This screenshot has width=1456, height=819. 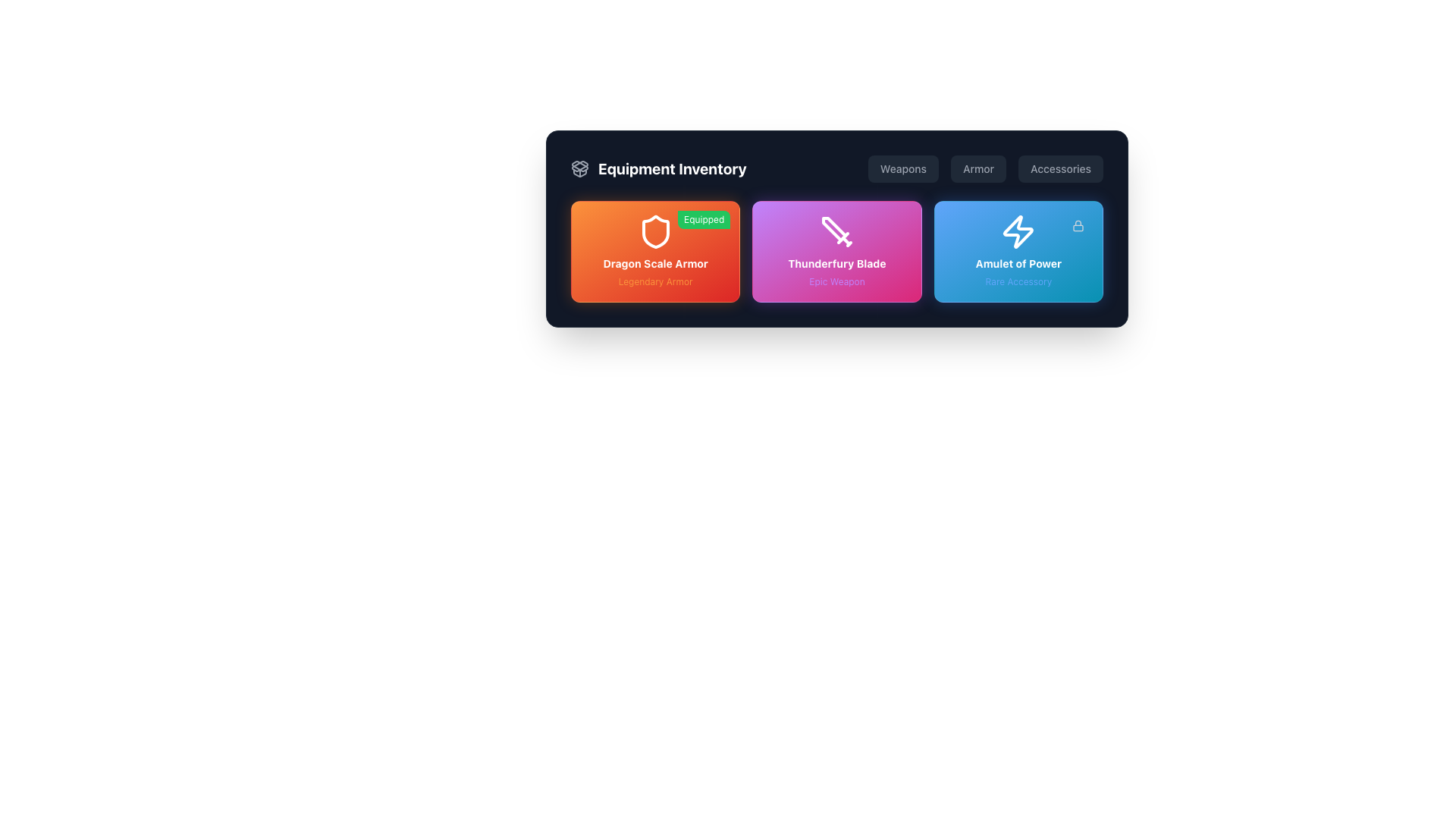 I want to click on the 'Thunderfury Blade' icon located, so click(x=836, y=231).